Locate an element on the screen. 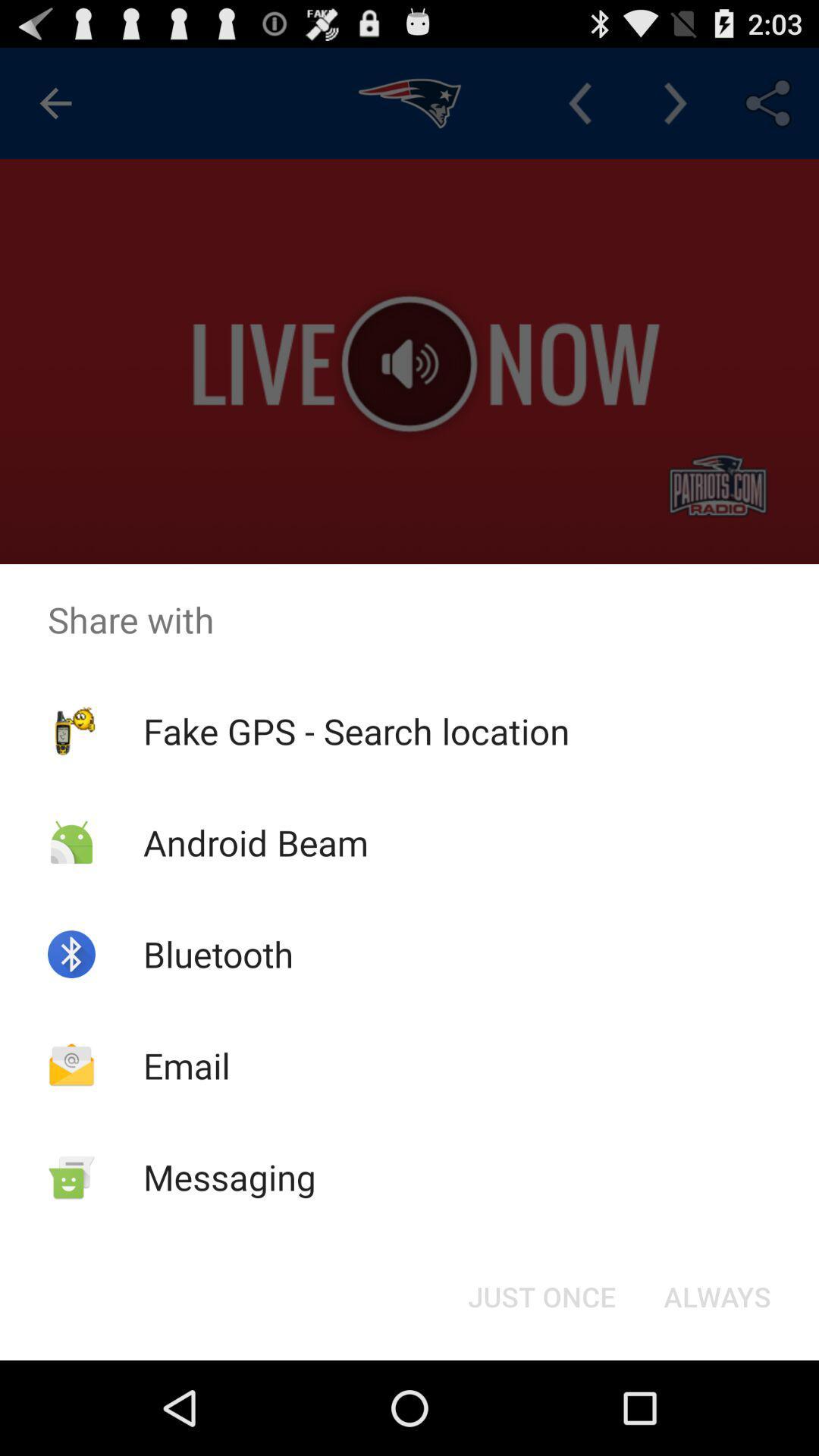  icon to the left of always icon is located at coordinates (541, 1295).